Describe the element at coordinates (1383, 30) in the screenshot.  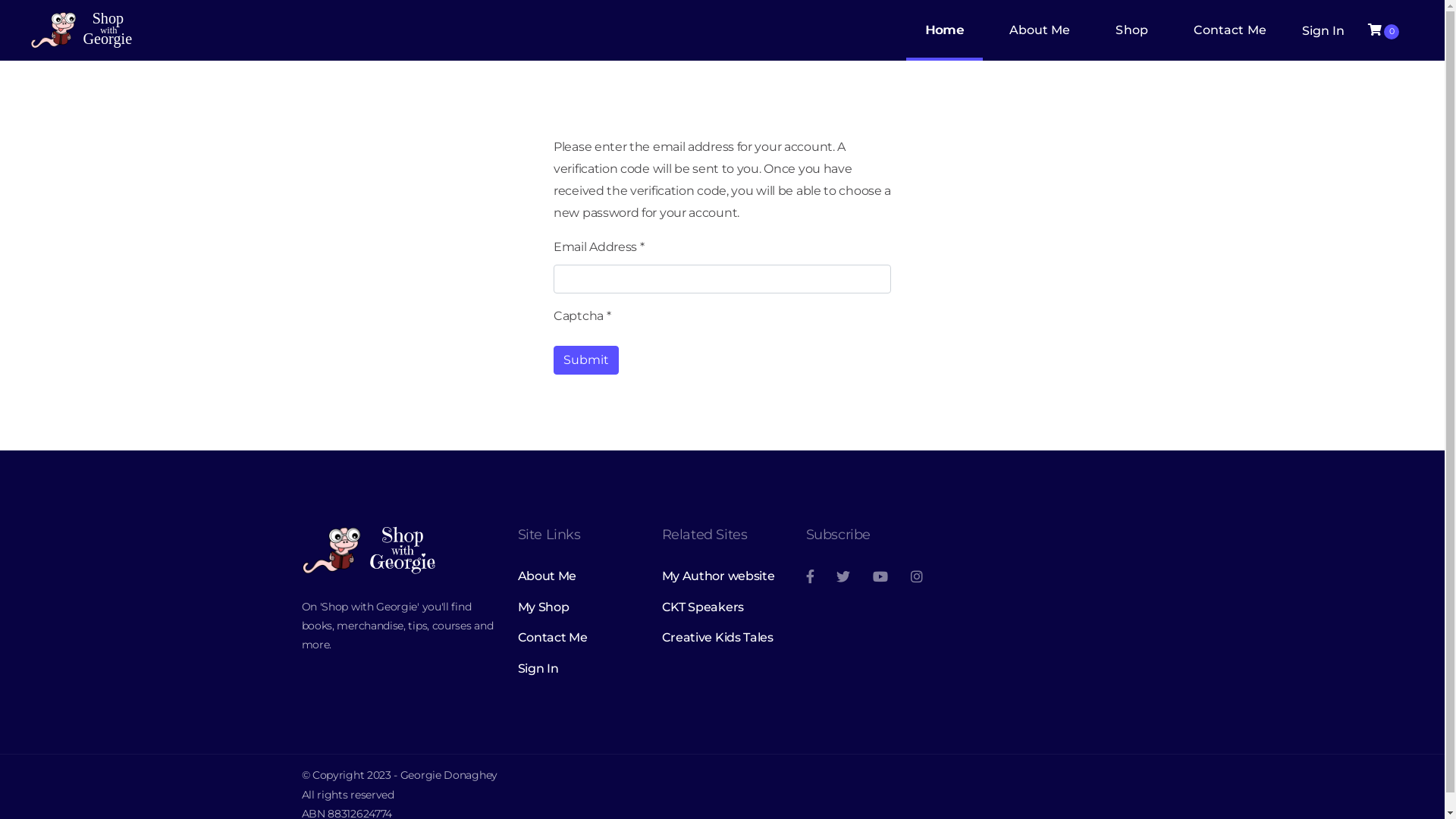
I see `'0'` at that location.